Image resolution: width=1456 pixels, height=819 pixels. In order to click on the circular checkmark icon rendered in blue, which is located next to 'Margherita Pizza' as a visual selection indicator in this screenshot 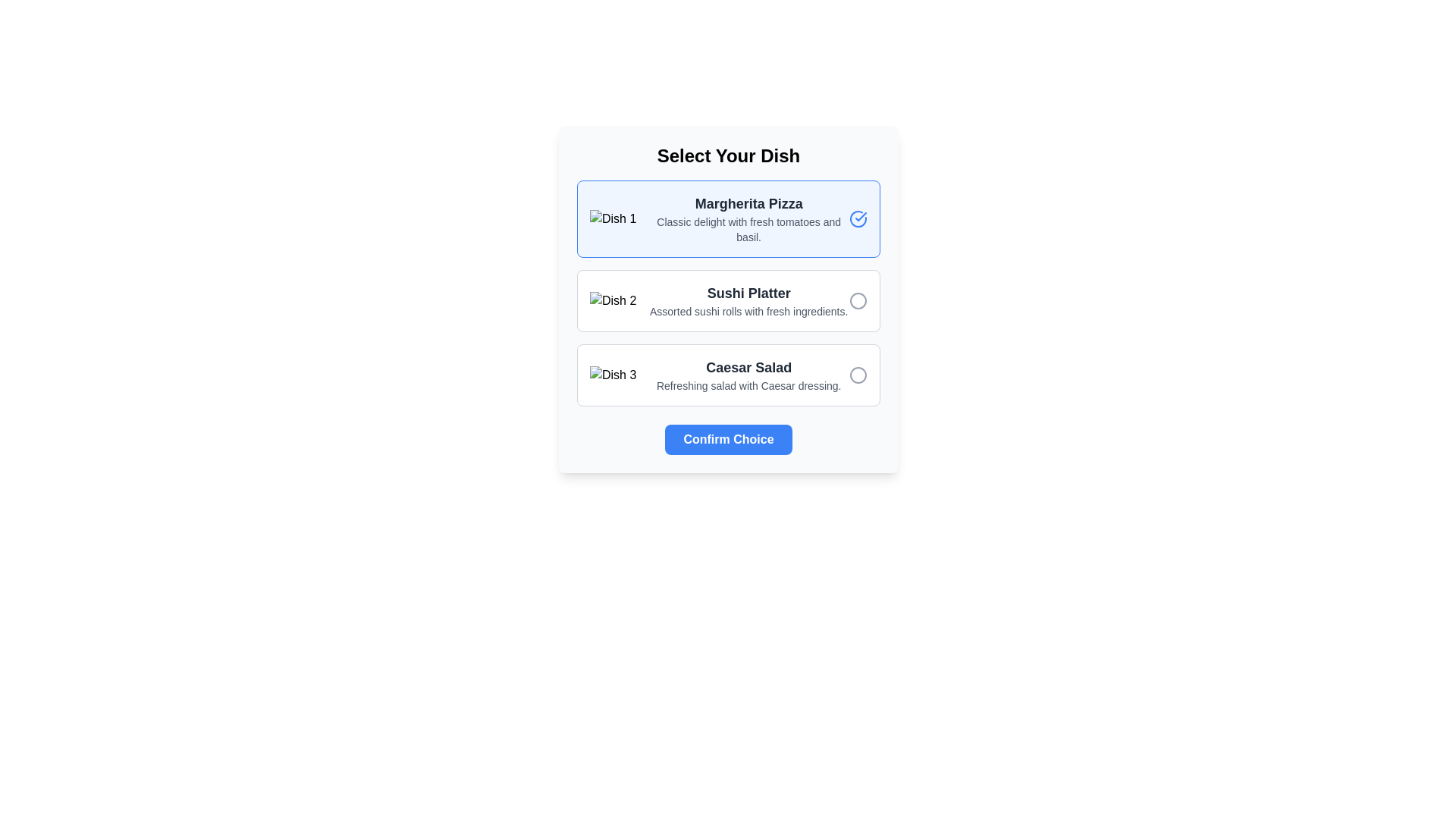, I will do `click(858, 219)`.